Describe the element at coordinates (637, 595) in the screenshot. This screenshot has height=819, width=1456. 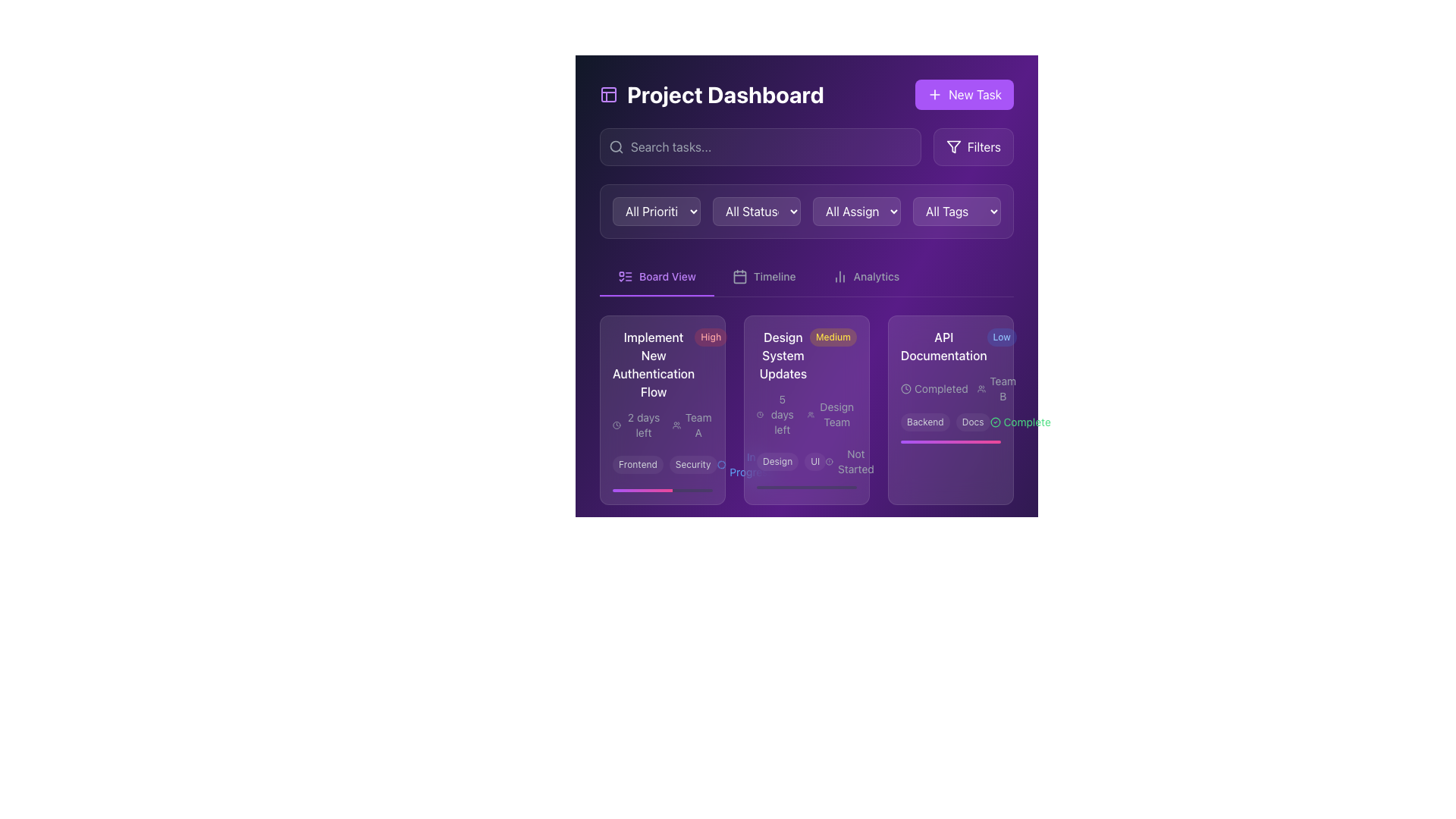
I see `the remaining time information displayed in the text label with an icon located in the second card of the top row in the project dashboard` at that location.